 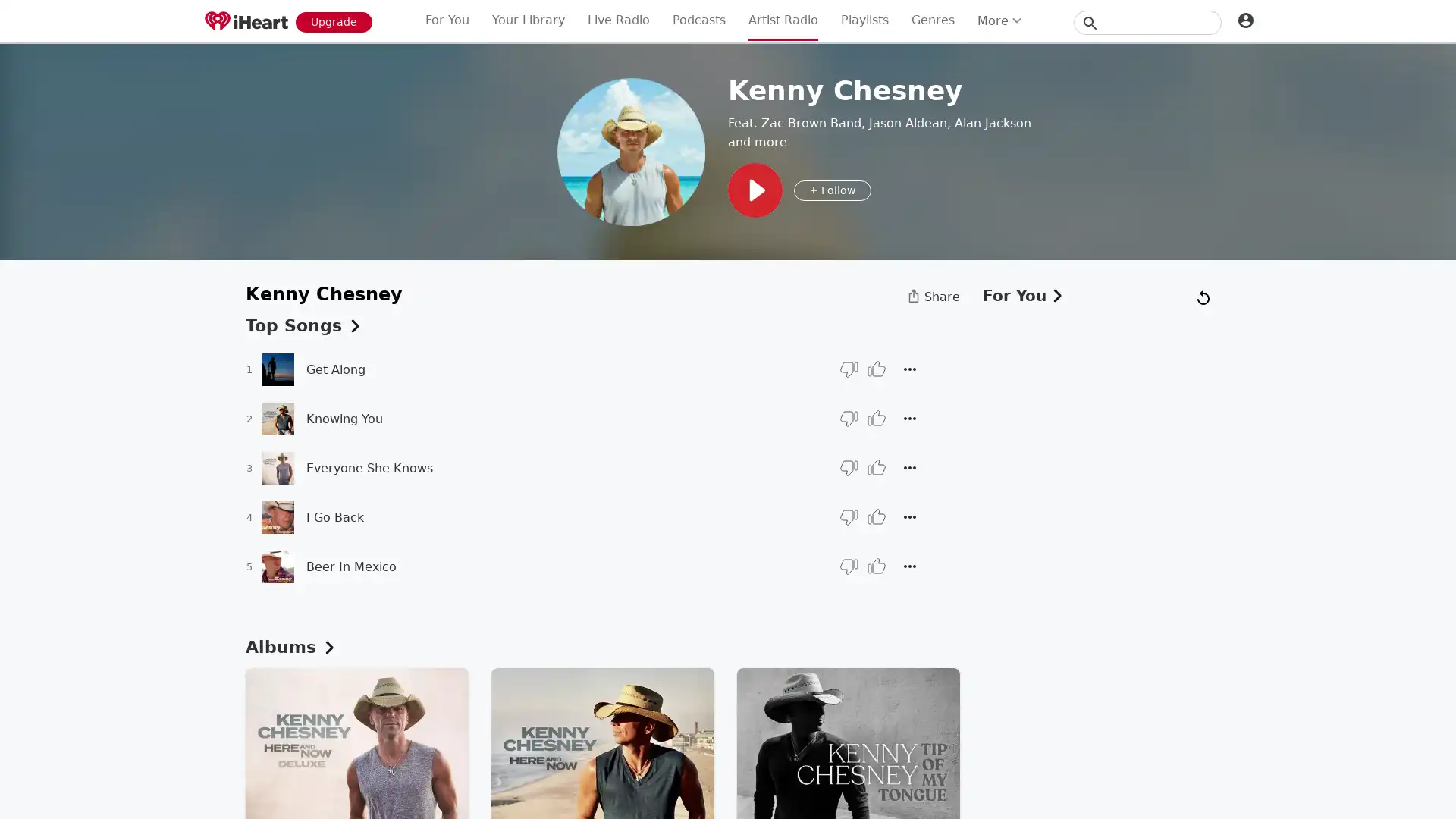 What do you see at coordinates (1328, 789) in the screenshot?
I see `Thumb Down` at bounding box center [1328, 789].